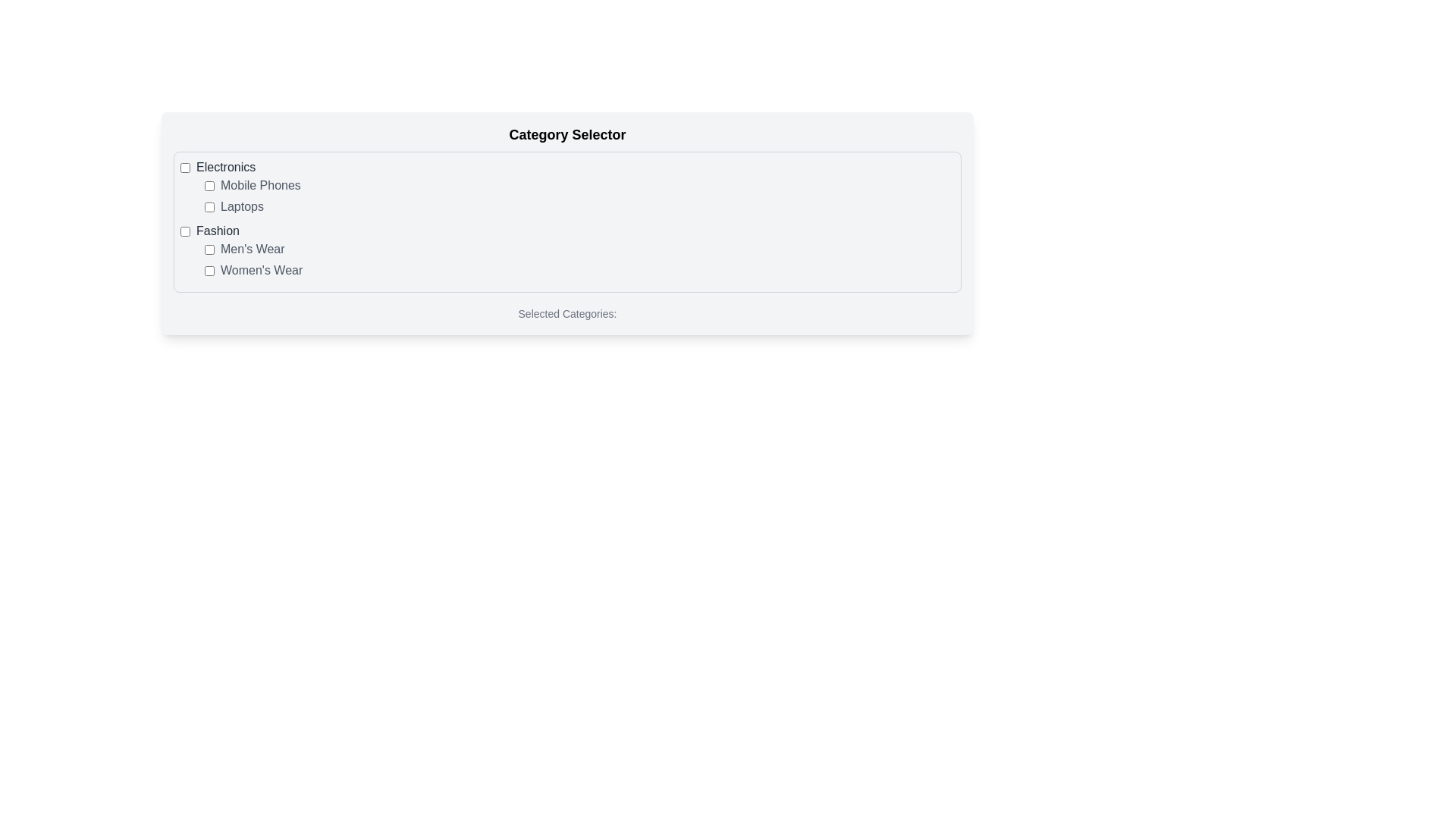  Describe the element at coordinates (209, 207) in the screenshot. I see `the checkbox for the 'Laptops' category` at that location.